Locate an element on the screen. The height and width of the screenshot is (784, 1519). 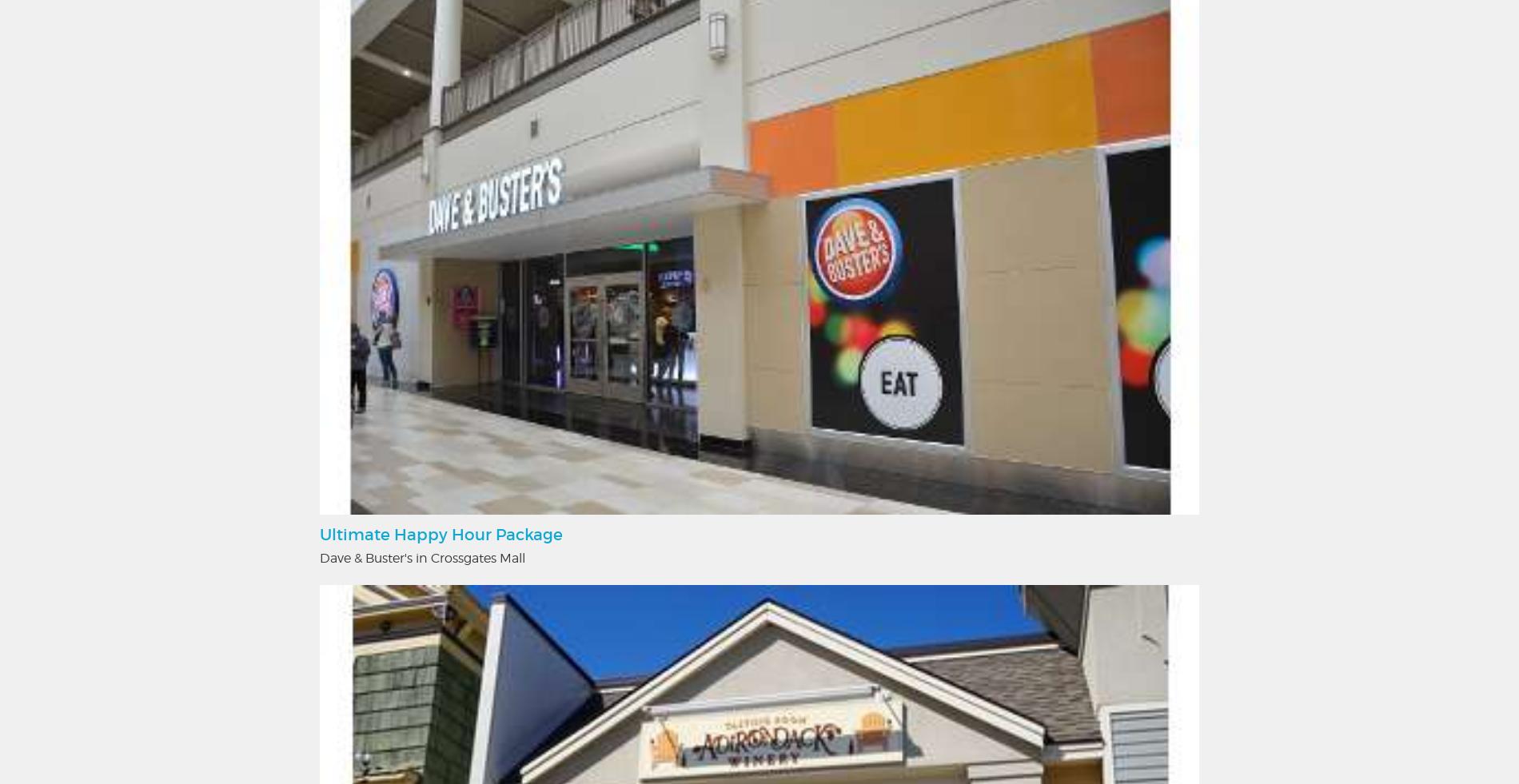
'Accessibility' is located at coordinates (694, 316).